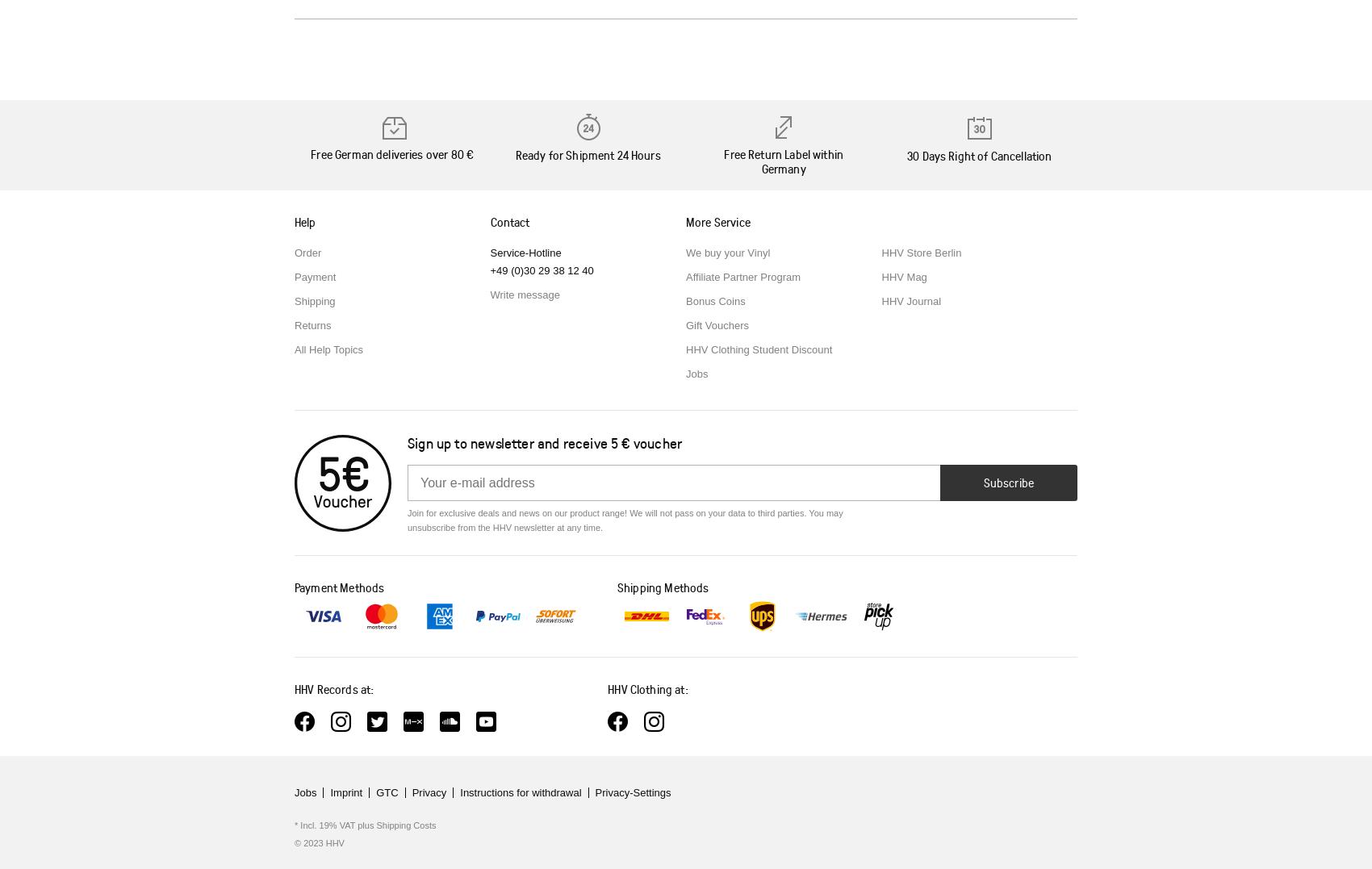 The height and width of the screenshot is (869, 1372). Describe the element at coordinates (717, 220) in the screenshot. I see `'More Service'` at that location.